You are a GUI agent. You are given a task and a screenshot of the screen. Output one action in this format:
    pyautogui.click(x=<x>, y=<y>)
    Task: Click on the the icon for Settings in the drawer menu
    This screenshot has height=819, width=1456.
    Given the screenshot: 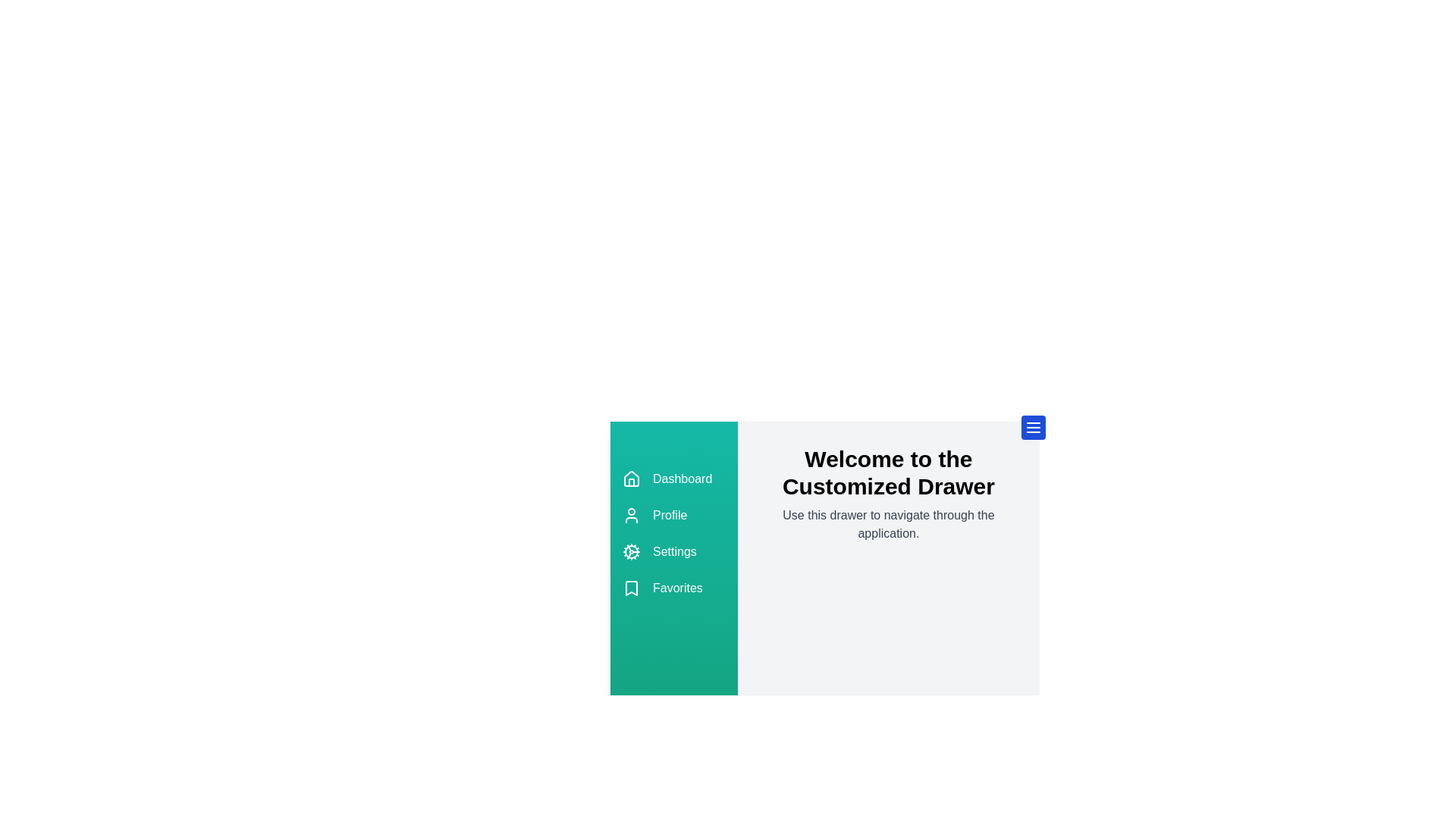 What is the action you would take?
    pyautogui.click(x=632, y=552)
    